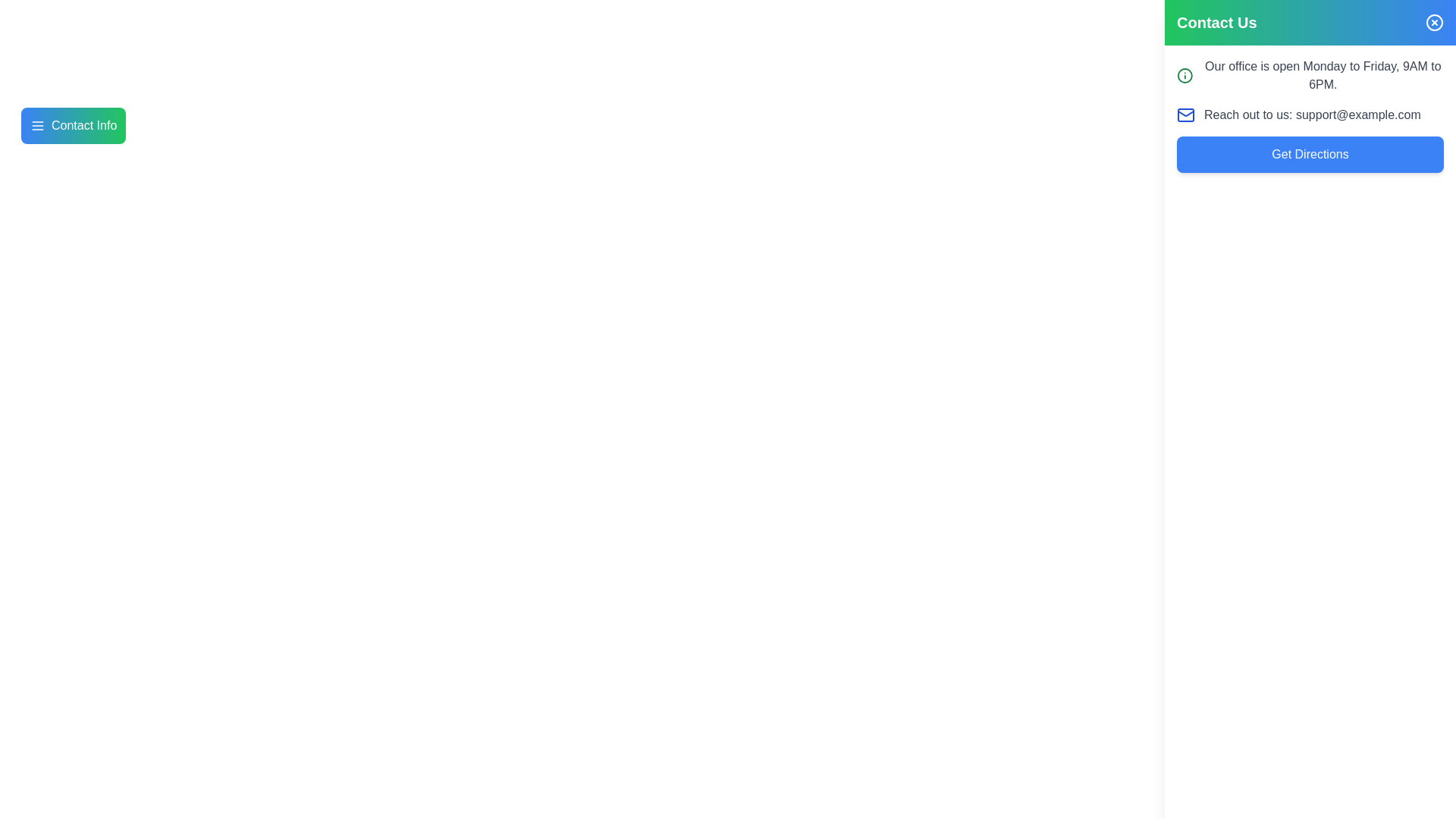  I want to click on the informational text element displaying 'Reach out to us: support@example.com', so click(1310, 114).